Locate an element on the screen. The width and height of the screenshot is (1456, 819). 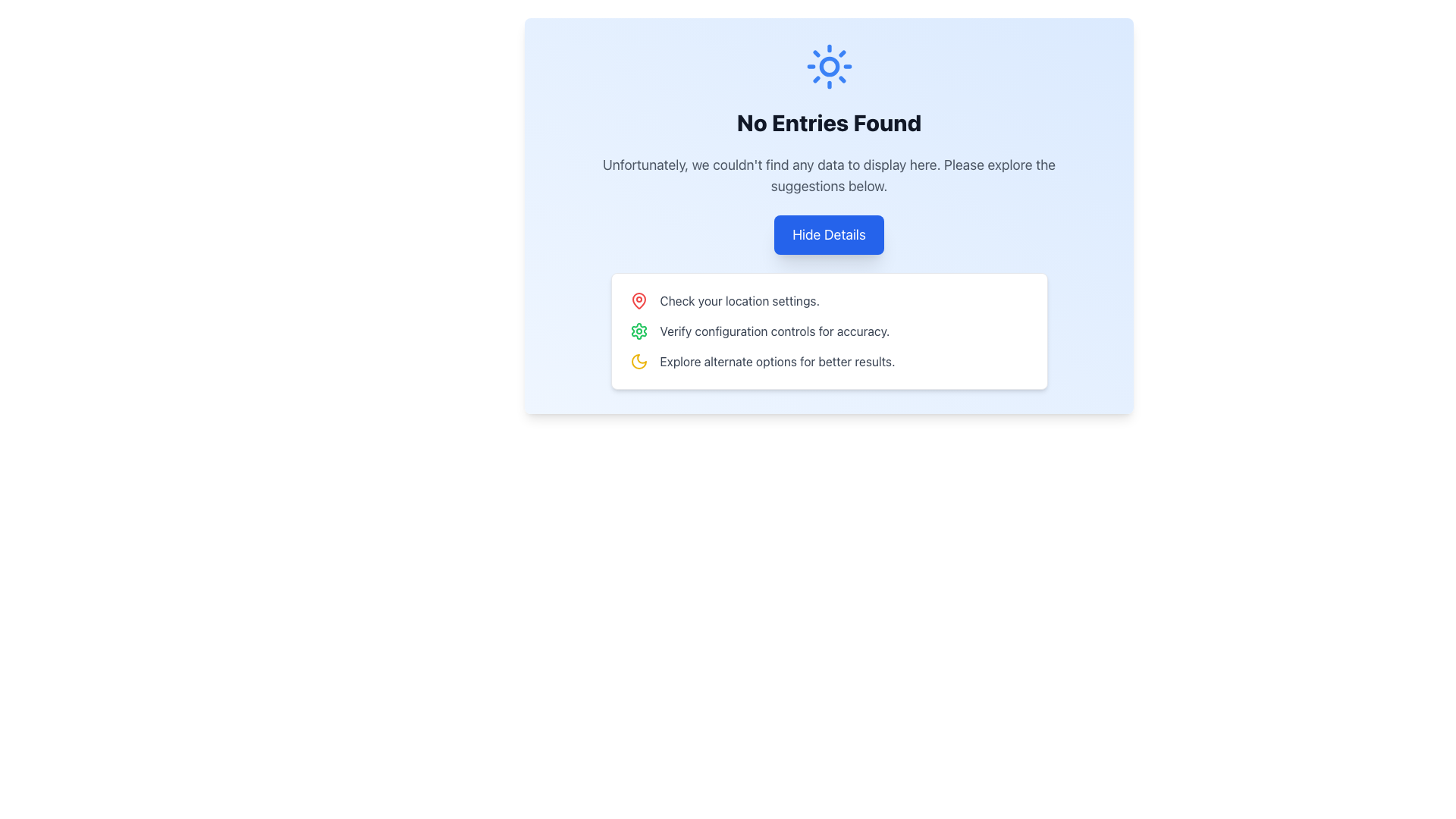
the yellow crescent moon icon located in the upper-middle portion of the interface, near the 'No Entries Found' notification is located at coordinates (639, 362).